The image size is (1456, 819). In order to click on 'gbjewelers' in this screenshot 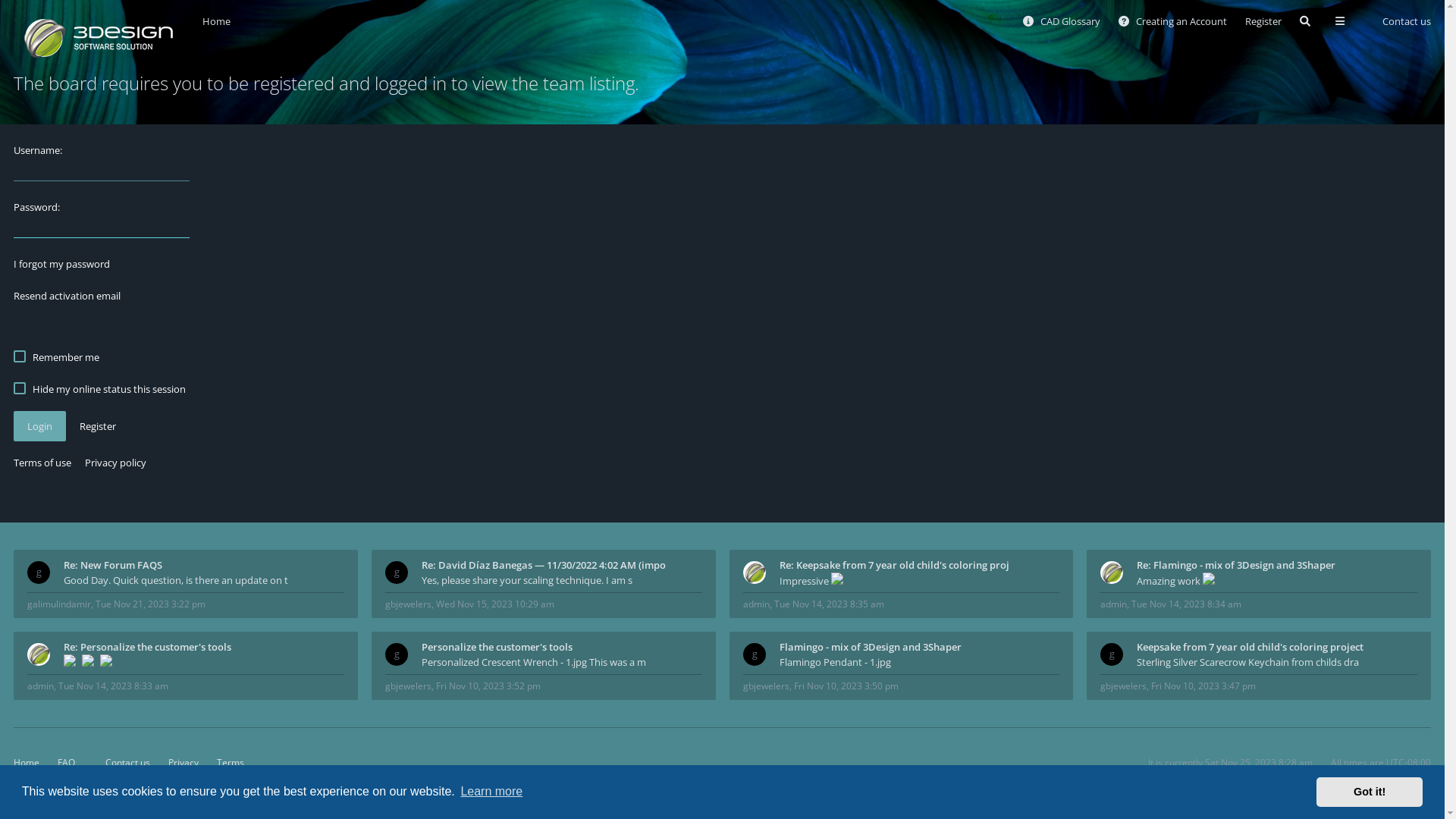, I will do `click(408, 603)`.